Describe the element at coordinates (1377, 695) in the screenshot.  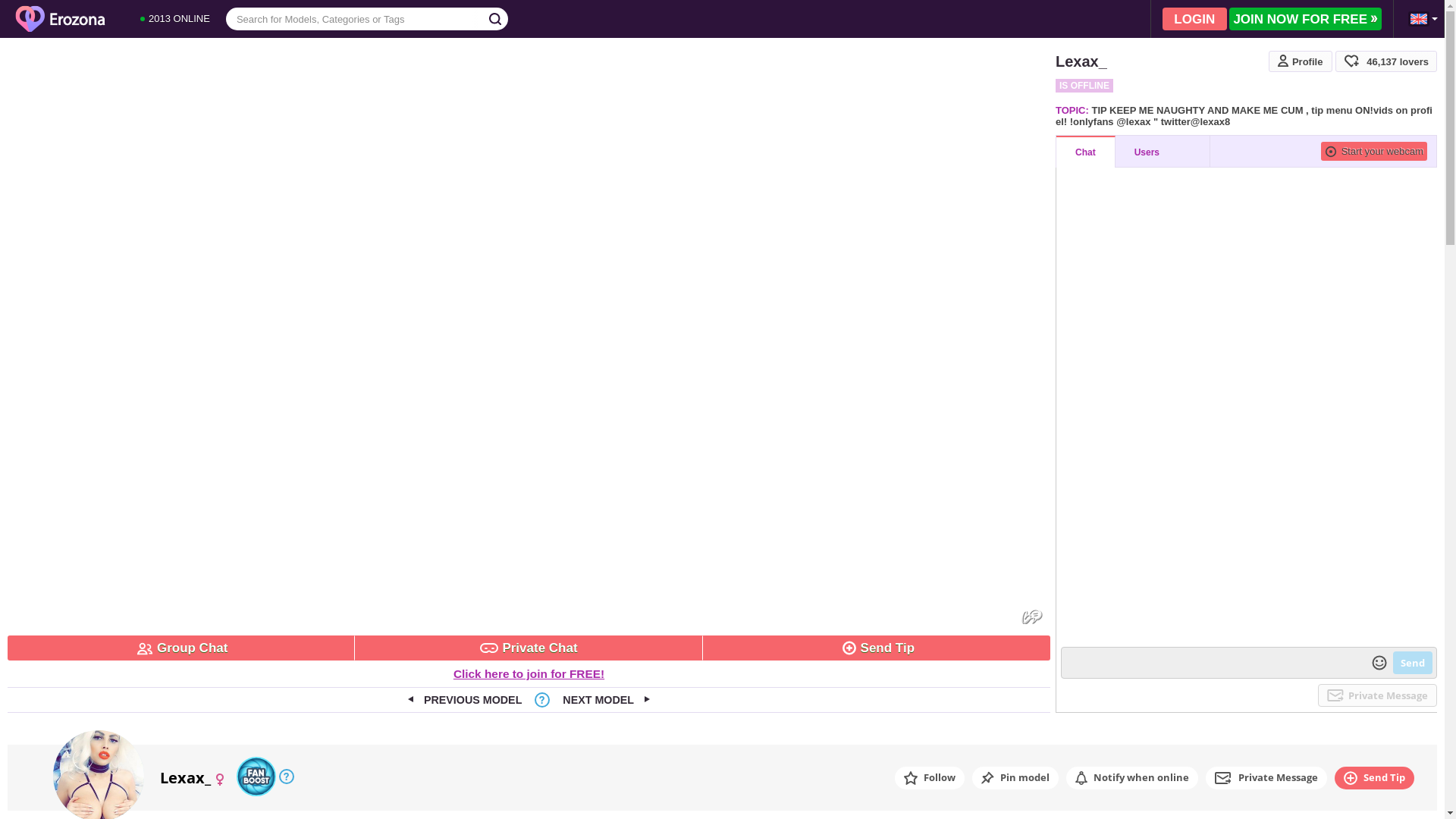
I see `'Private Message'` at that location.